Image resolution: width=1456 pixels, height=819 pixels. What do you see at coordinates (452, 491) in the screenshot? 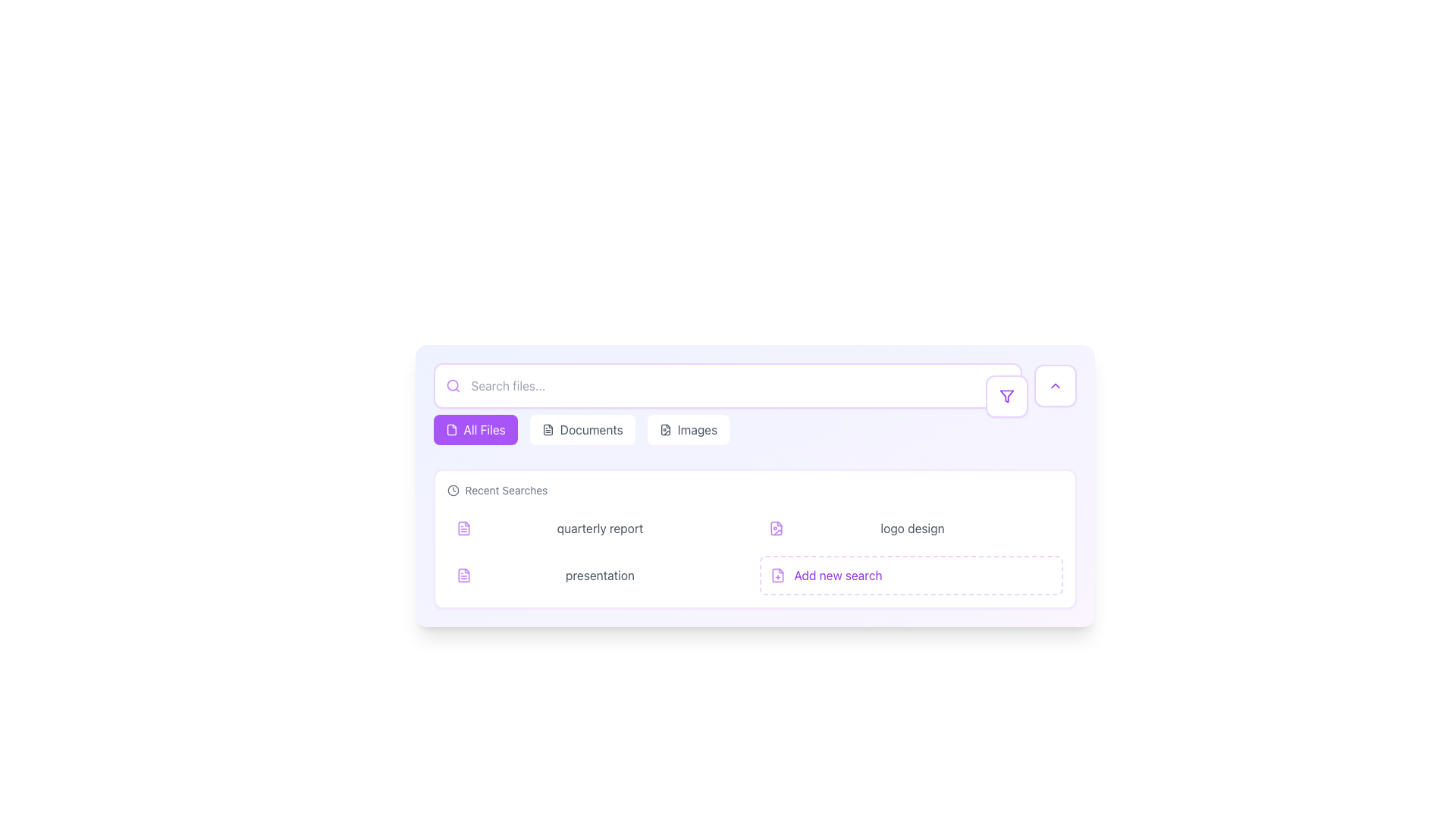
I see `the decorative icon indicating time or history located at the far-left side of the 'Recent Searches' section` at bounding box center [452, 491].